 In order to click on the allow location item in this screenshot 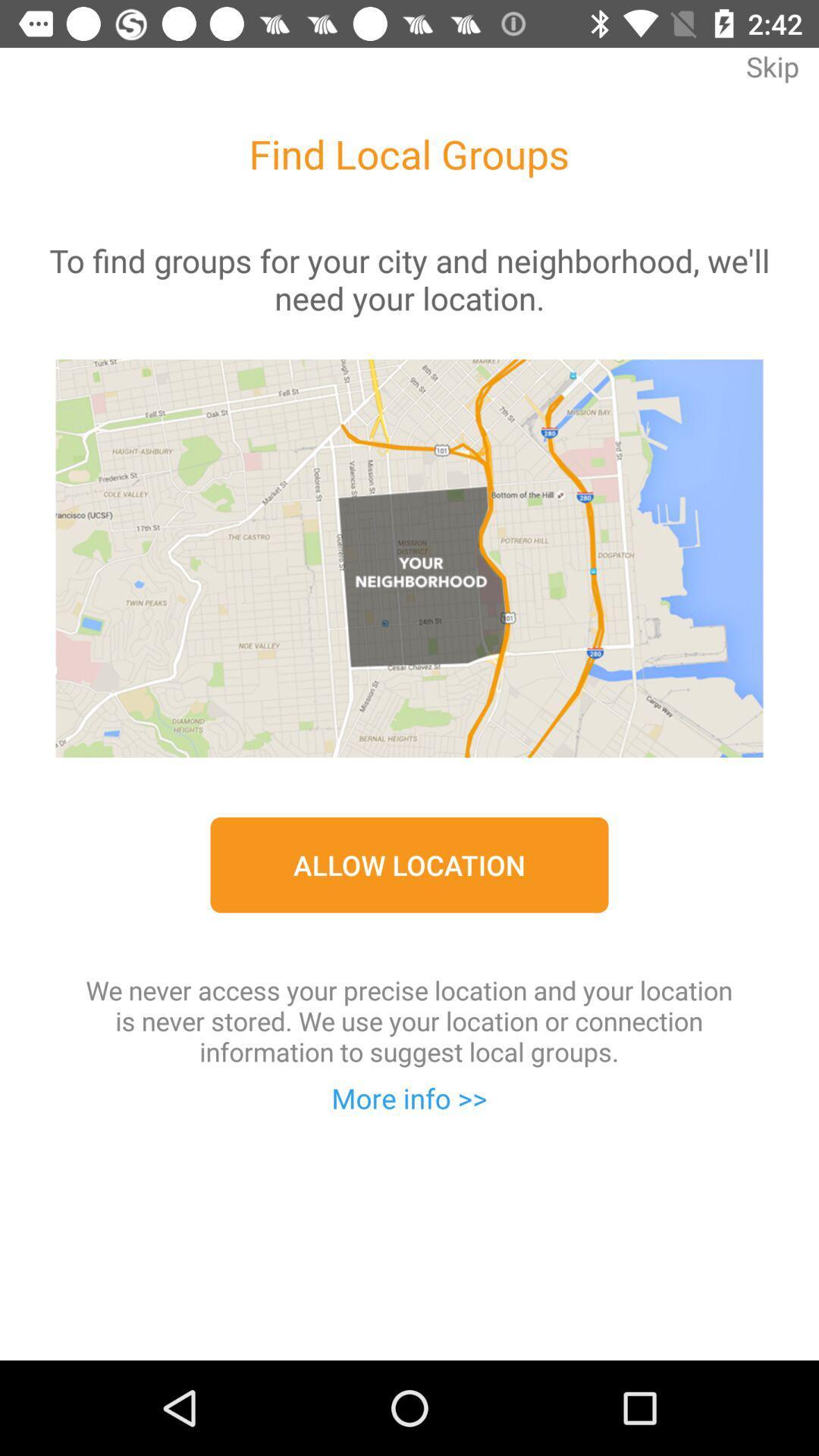, I will do `click(409, 864)`.